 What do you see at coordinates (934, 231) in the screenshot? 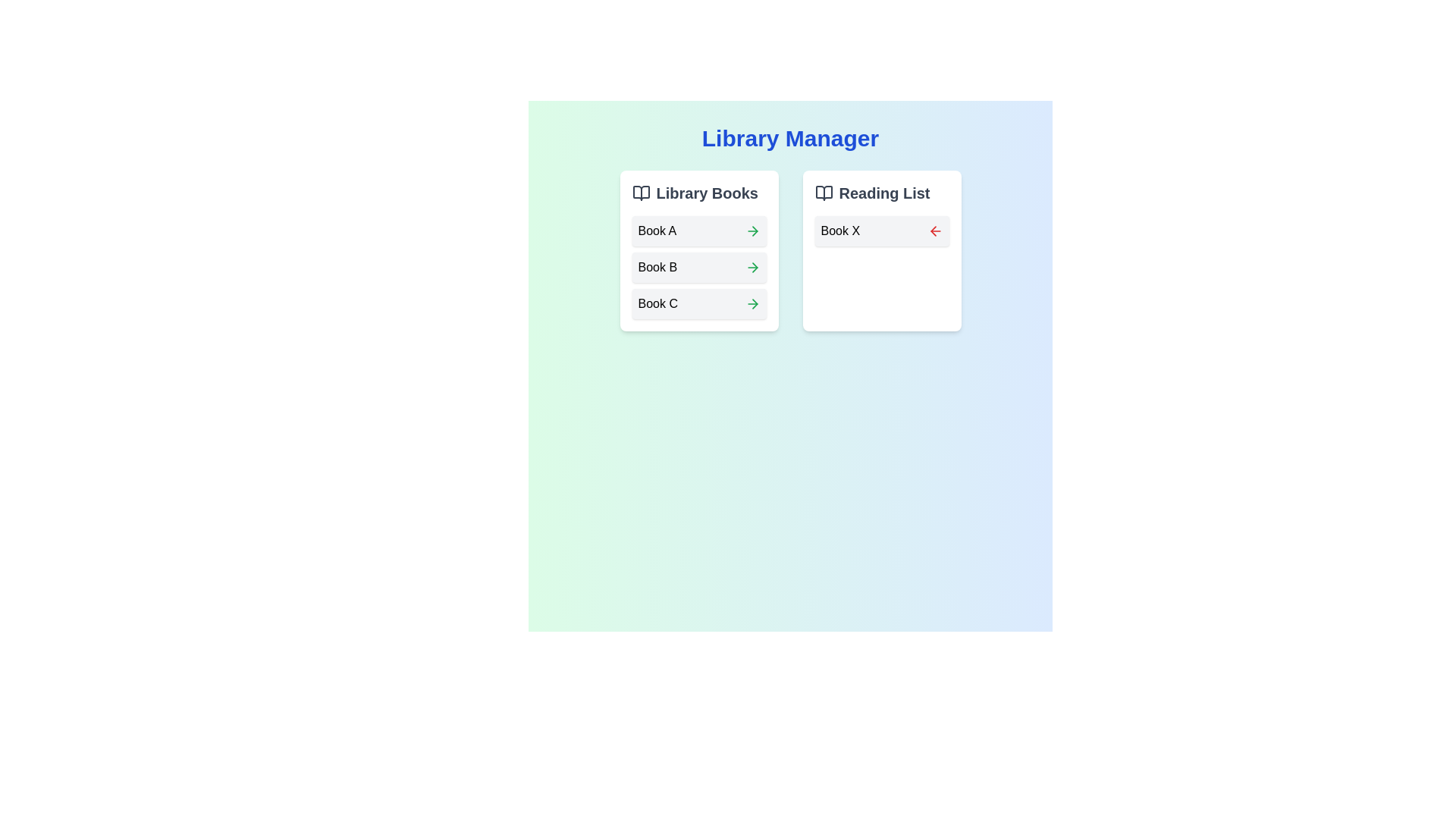
I see `the left-arrow icon button with a red color scheme located within the 'Book X' card in the 'Reading List' section` at bounding box center [934, 231].